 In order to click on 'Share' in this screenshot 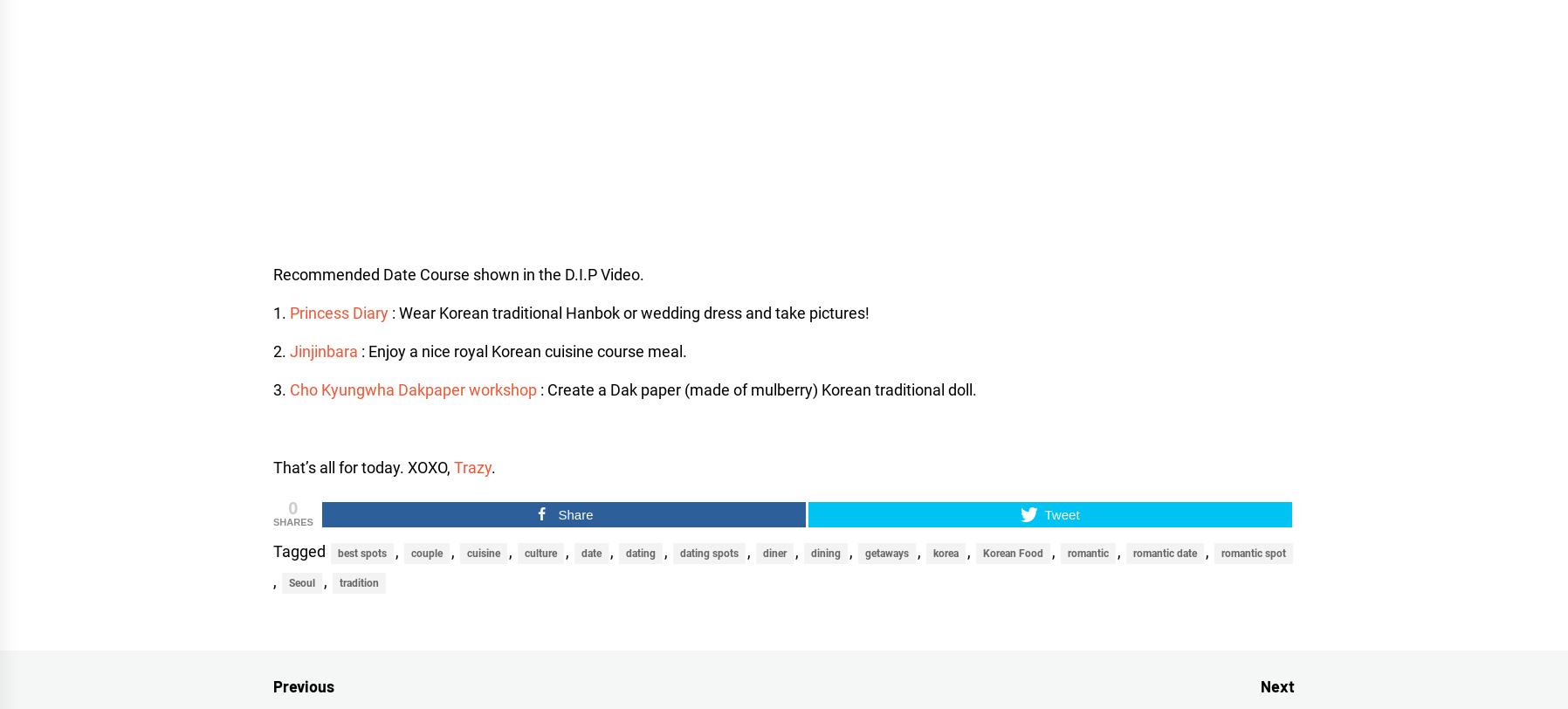, I will do `click(574, 513)`.